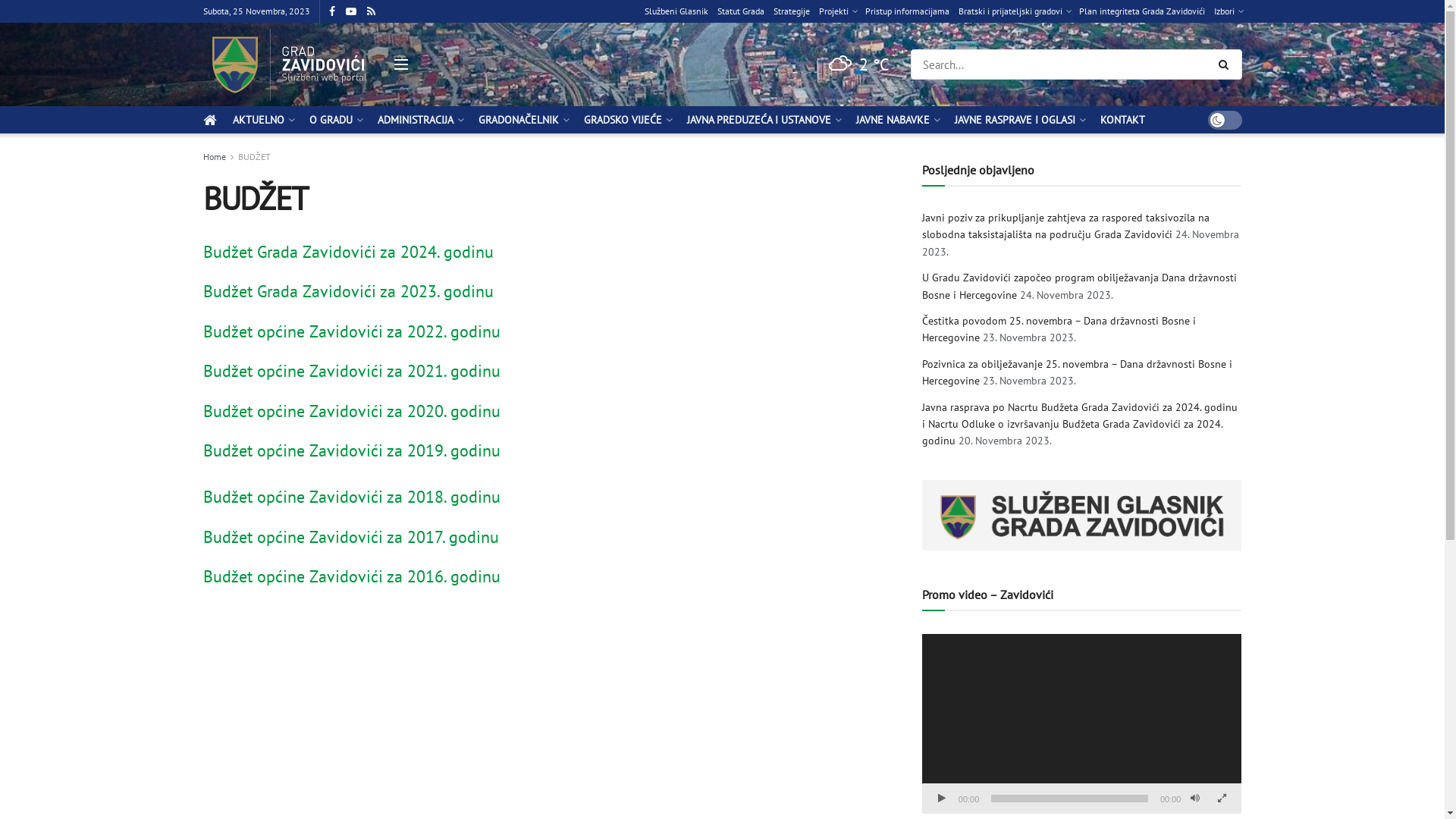  Describe the element at coordinates (262, 119) in the screenshot. I see `'AKTUELNO'` at that location.